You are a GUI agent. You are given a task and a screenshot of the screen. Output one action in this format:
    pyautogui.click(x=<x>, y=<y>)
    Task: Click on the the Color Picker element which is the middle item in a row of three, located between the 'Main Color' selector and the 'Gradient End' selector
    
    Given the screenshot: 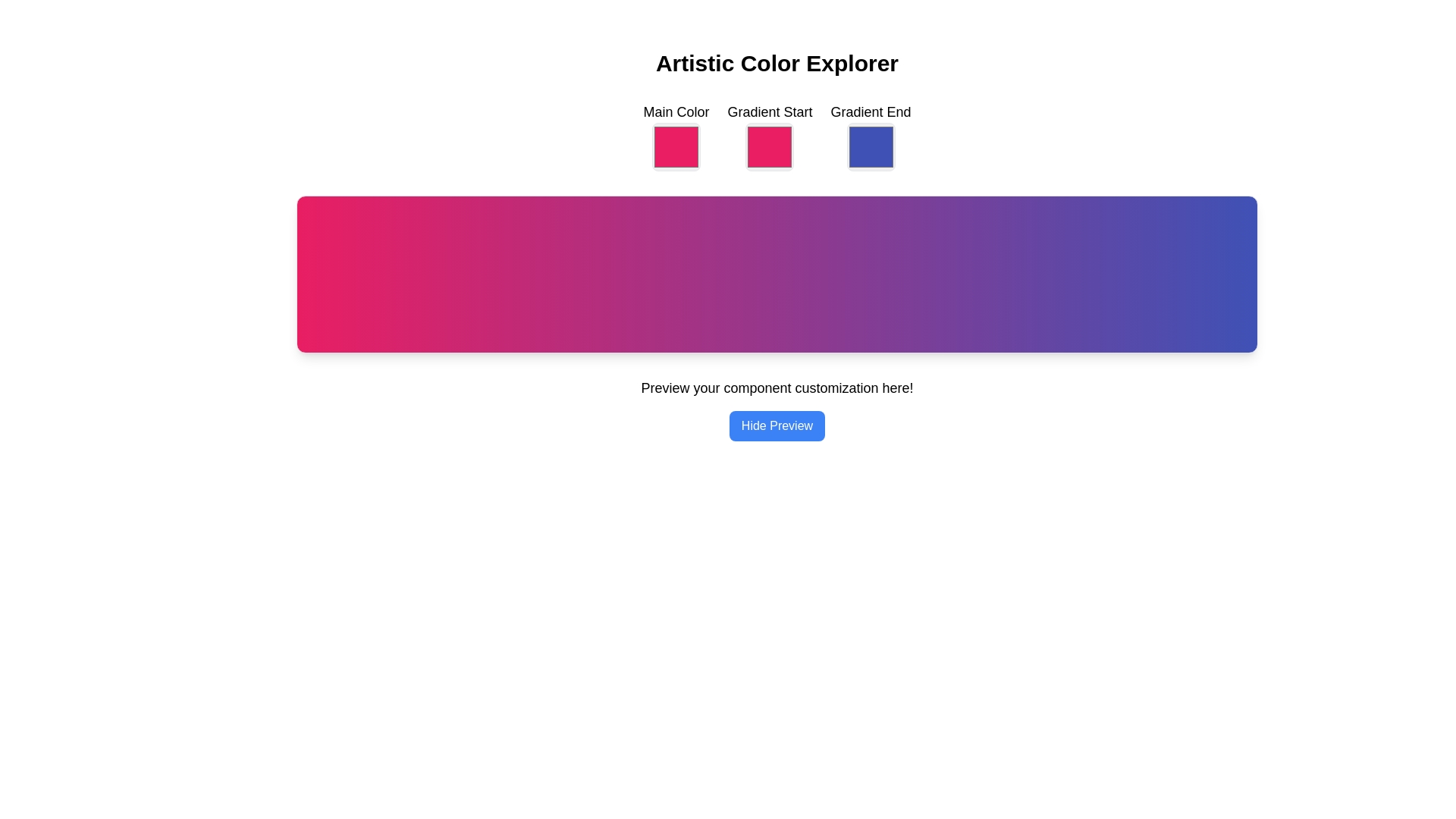 What is the action you would take?
    pyautogui.click(x=770, y=136)
    